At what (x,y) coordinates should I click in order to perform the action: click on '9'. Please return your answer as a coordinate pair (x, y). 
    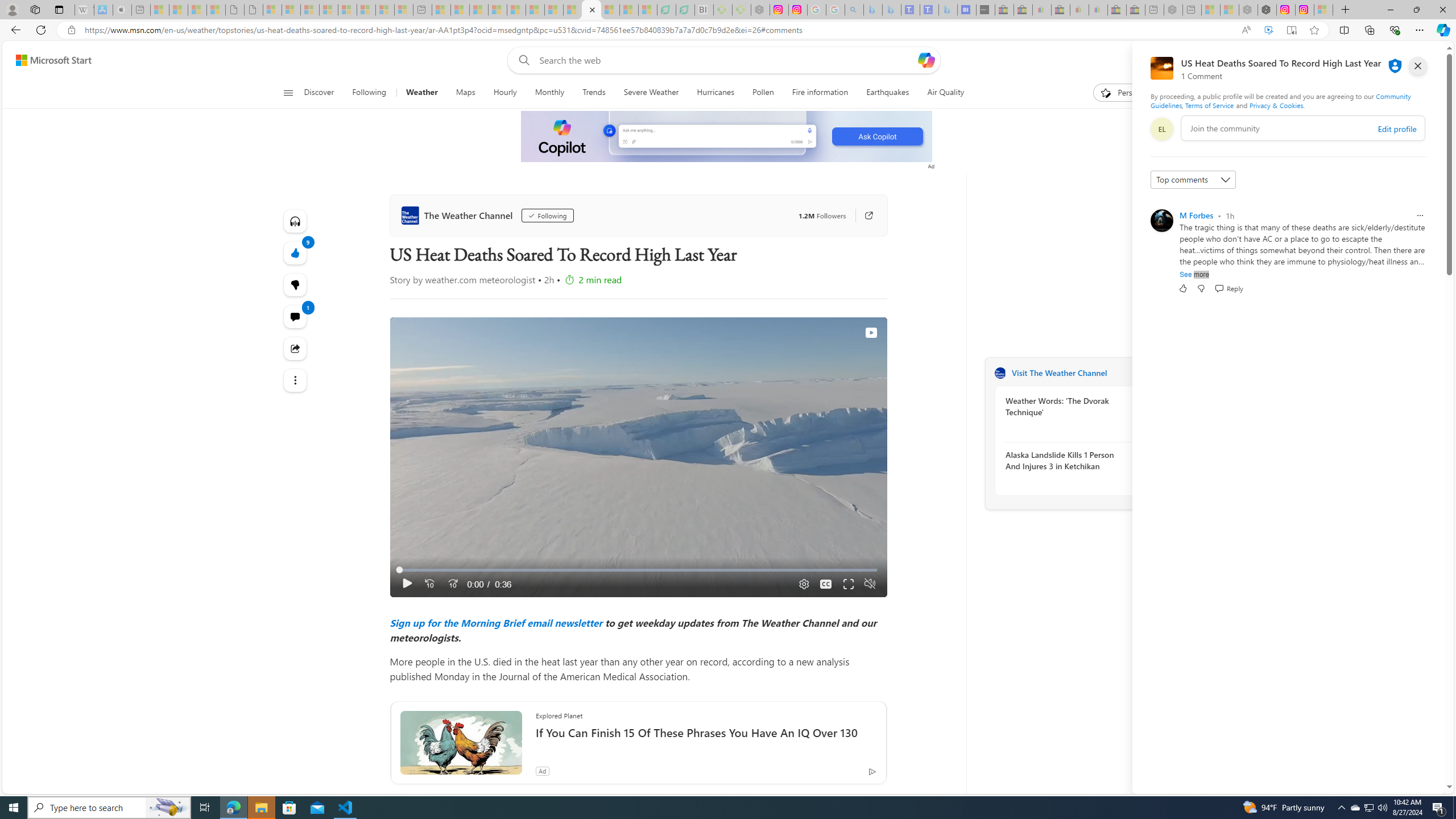
    Looking at the image, I should click on (295, 285).